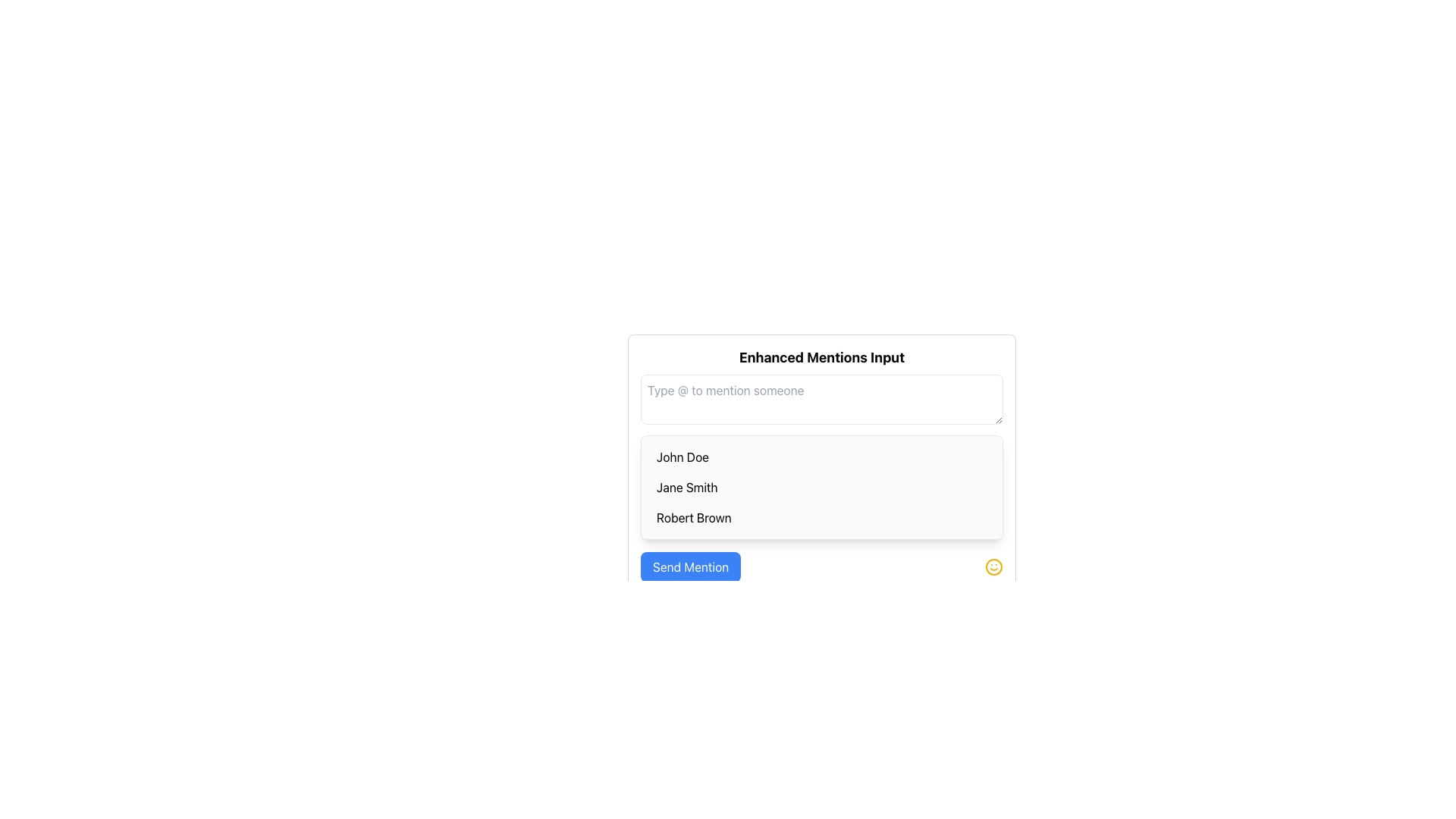  I want to click on the selectable list item labeled 'Robert Brown', so click(821, 516).